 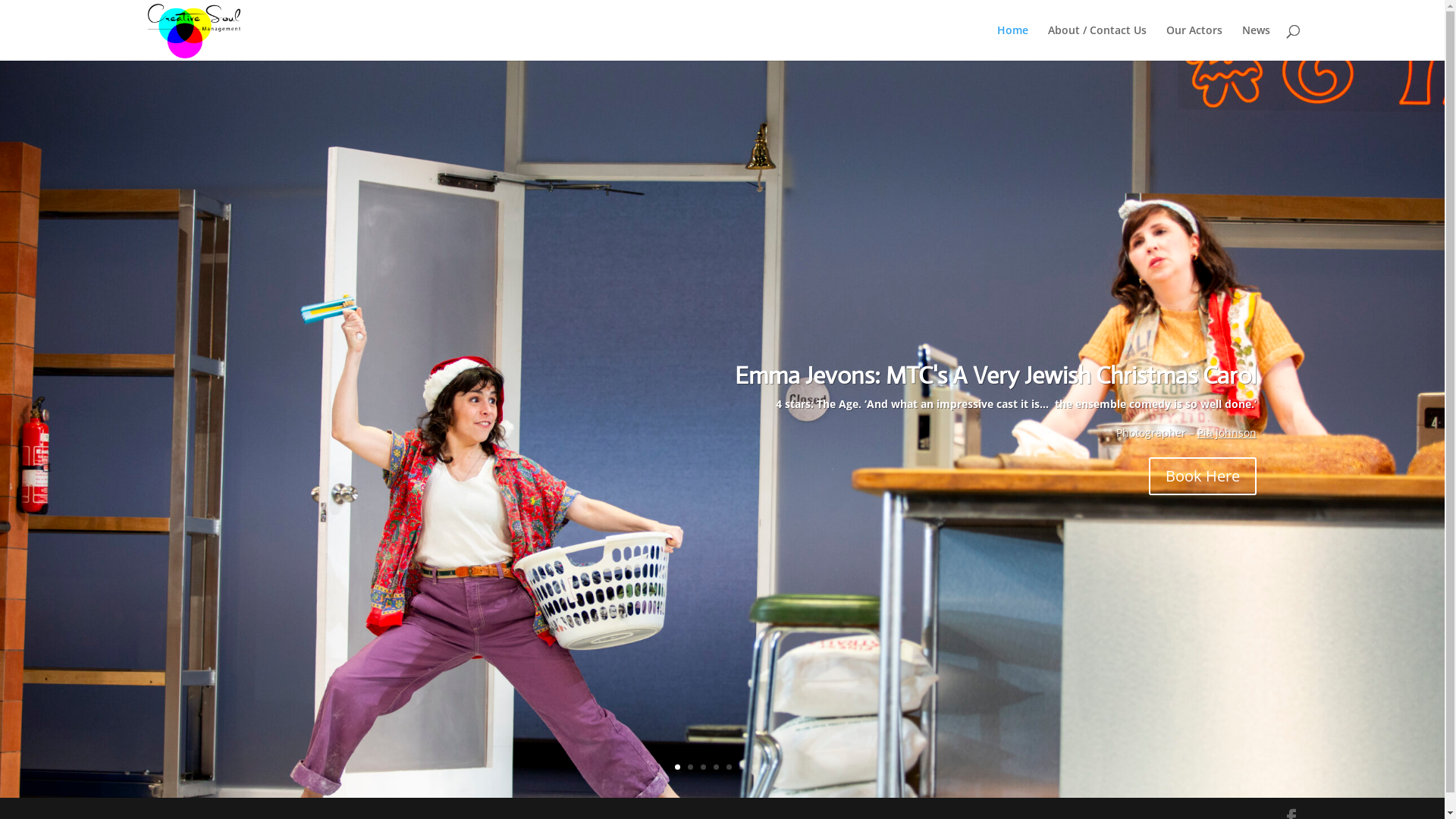 I want to click on '5', so click(x=729, y=767).